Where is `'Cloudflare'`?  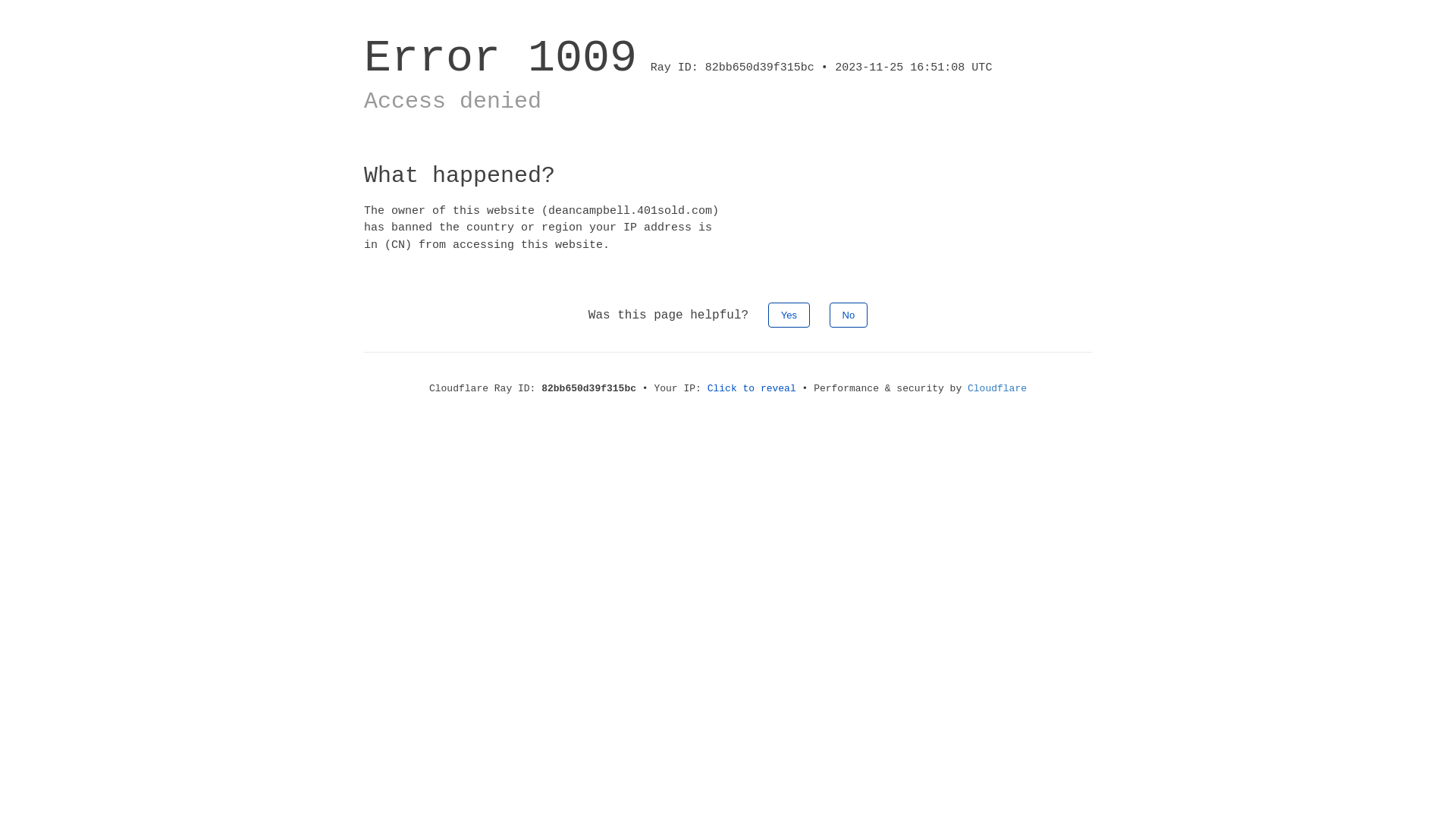
'Cloudflare' is located at coordinates (997, 388).